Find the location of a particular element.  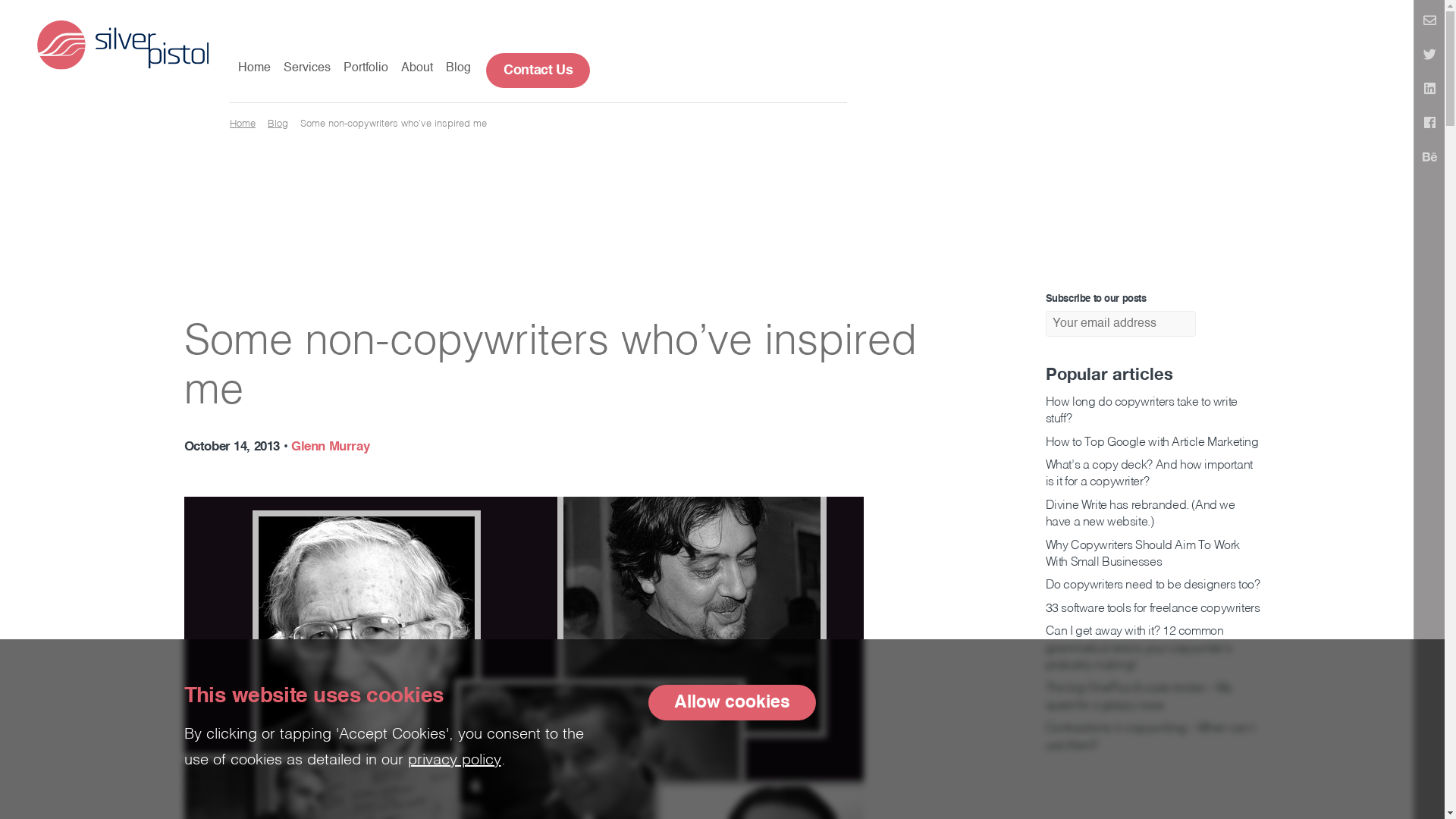

'Silver Pistol Logo' is located at coordinates (123, 42).